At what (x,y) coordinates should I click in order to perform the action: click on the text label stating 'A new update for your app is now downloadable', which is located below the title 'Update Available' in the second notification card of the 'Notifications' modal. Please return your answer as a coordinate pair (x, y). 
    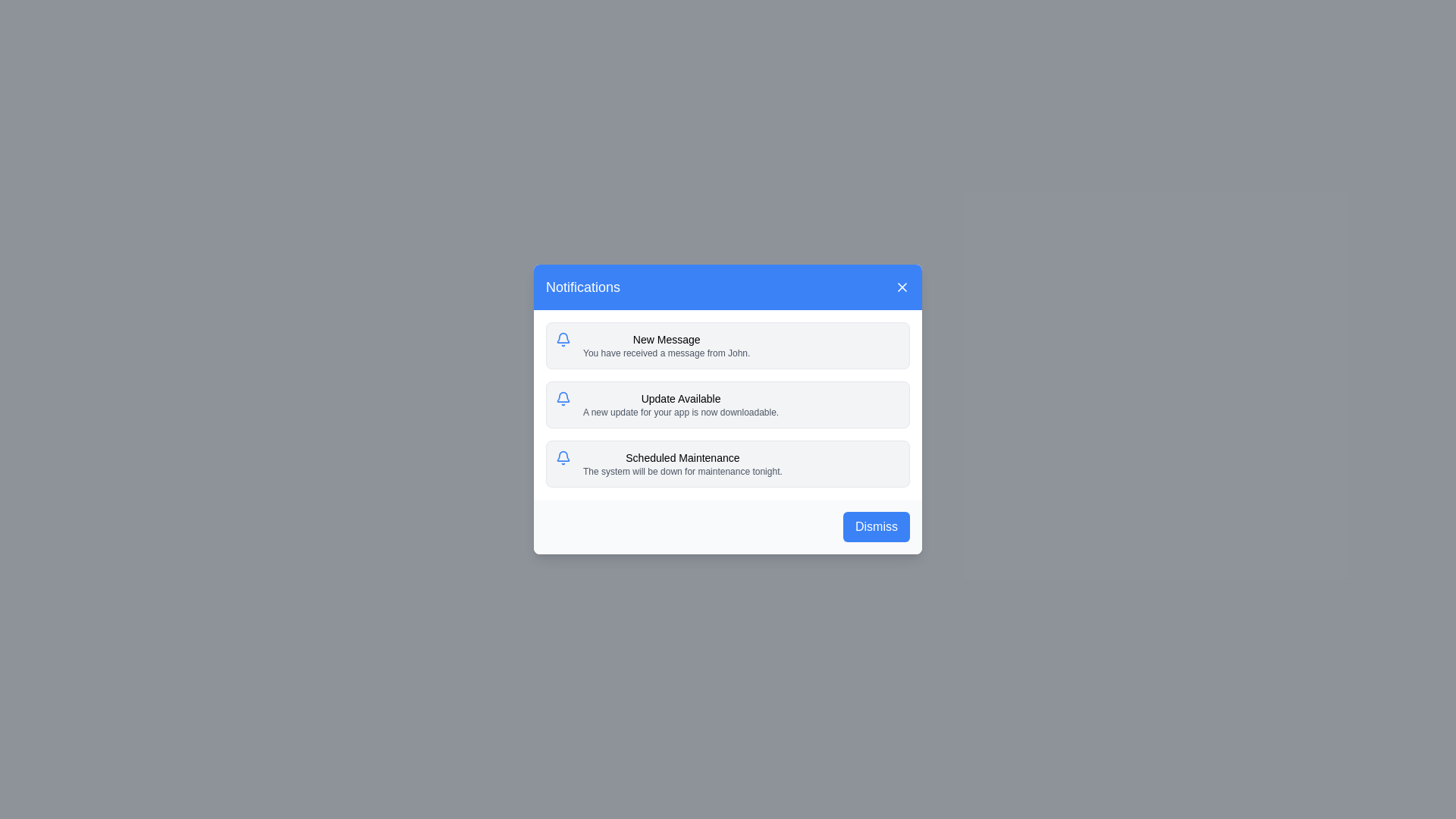
    Looking at the image, I should click on (680, 412).